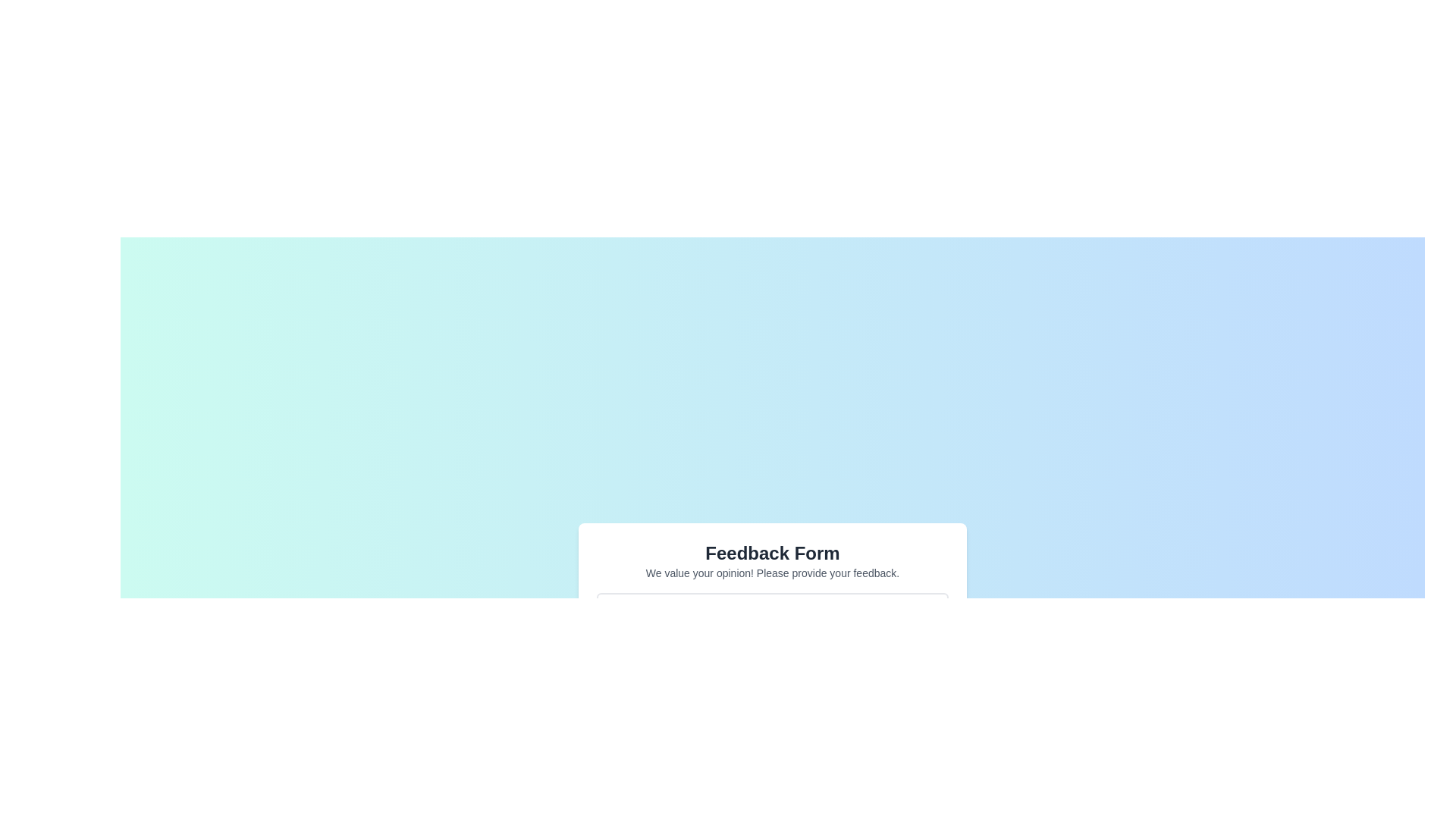  Describe the element at coordinates (772, 553) in the screenshot. I see `text heading element styled in a large bold font that states 'Feedback Form', located at the top center of the feedback section` at that location.